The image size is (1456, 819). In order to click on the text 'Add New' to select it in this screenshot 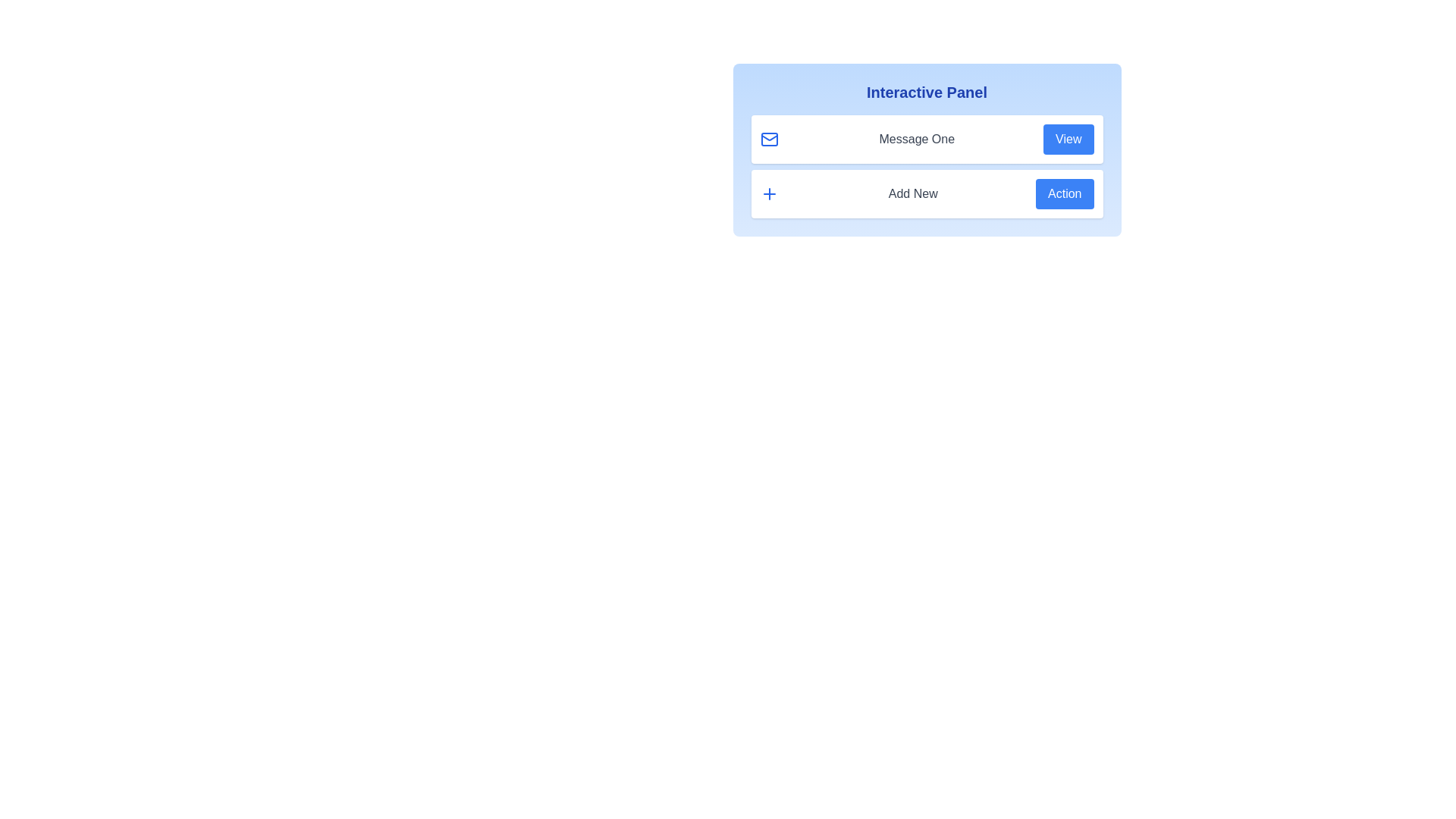, I will do `click(912, 193)`.